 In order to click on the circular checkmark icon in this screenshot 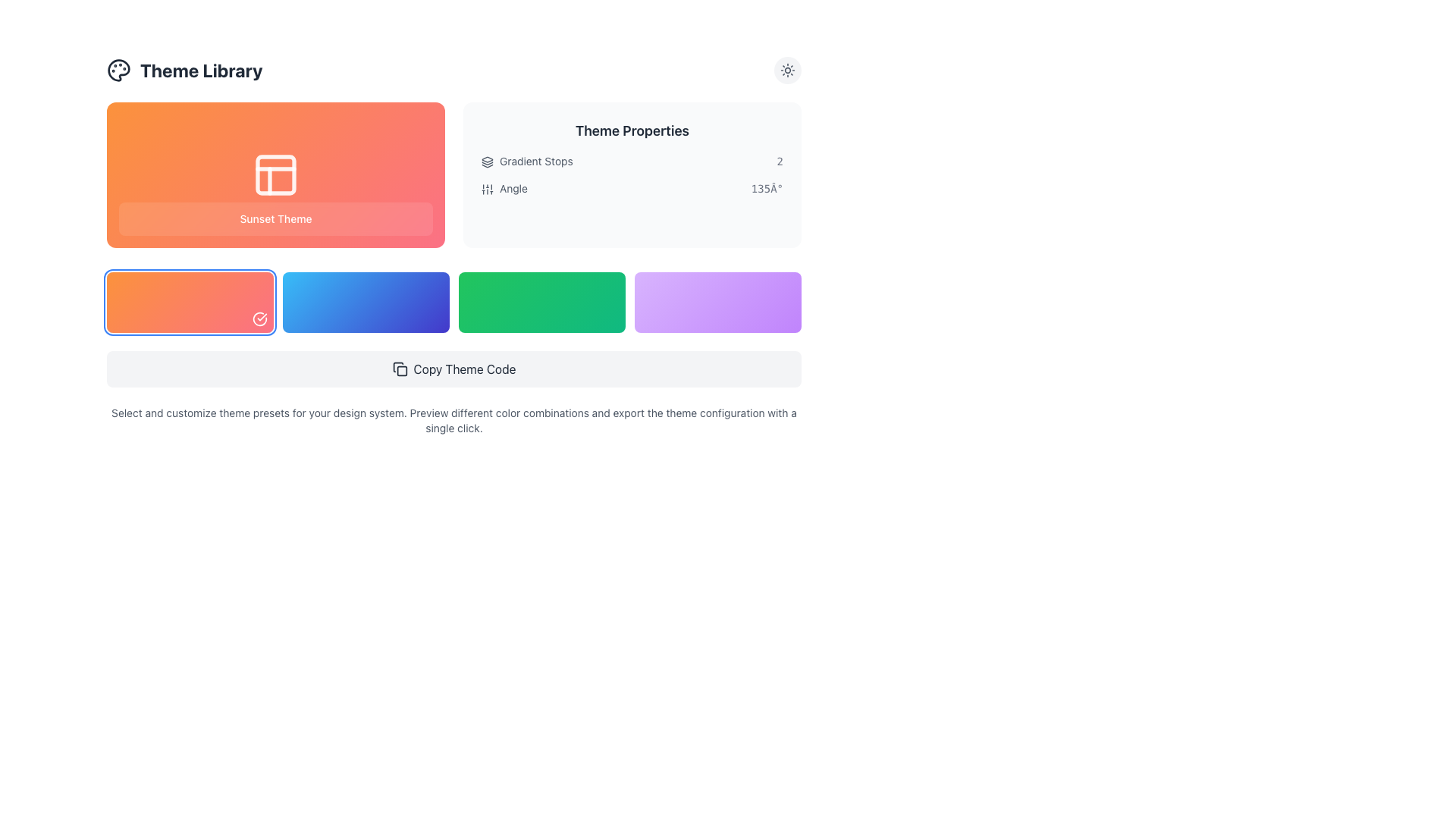, I will do `click(259, 318)`.